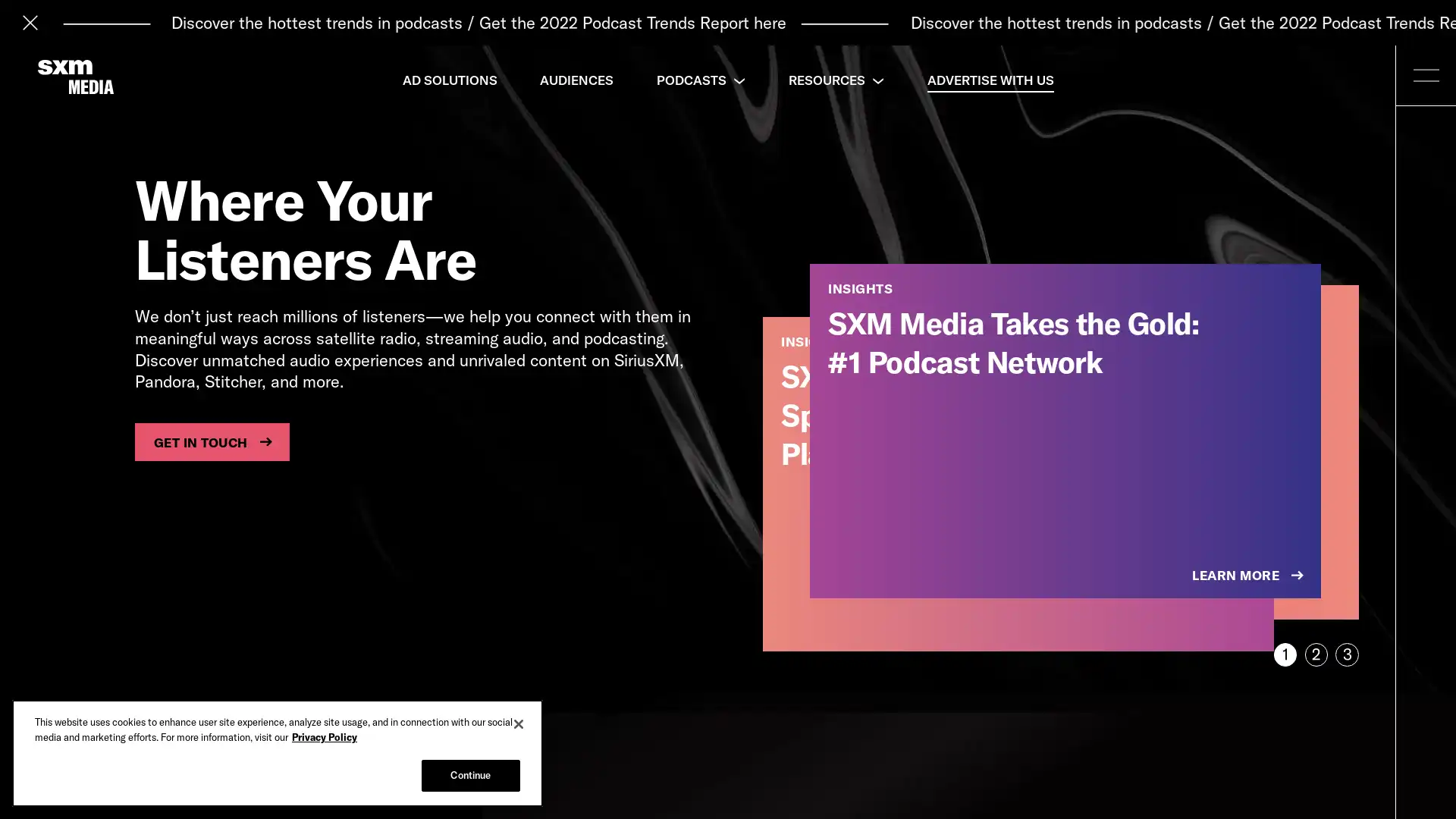 This screenshot has height=819, width=1456. Describe the element at coordinates (469, 775) in the screenshot. I see `Continue` at that location.